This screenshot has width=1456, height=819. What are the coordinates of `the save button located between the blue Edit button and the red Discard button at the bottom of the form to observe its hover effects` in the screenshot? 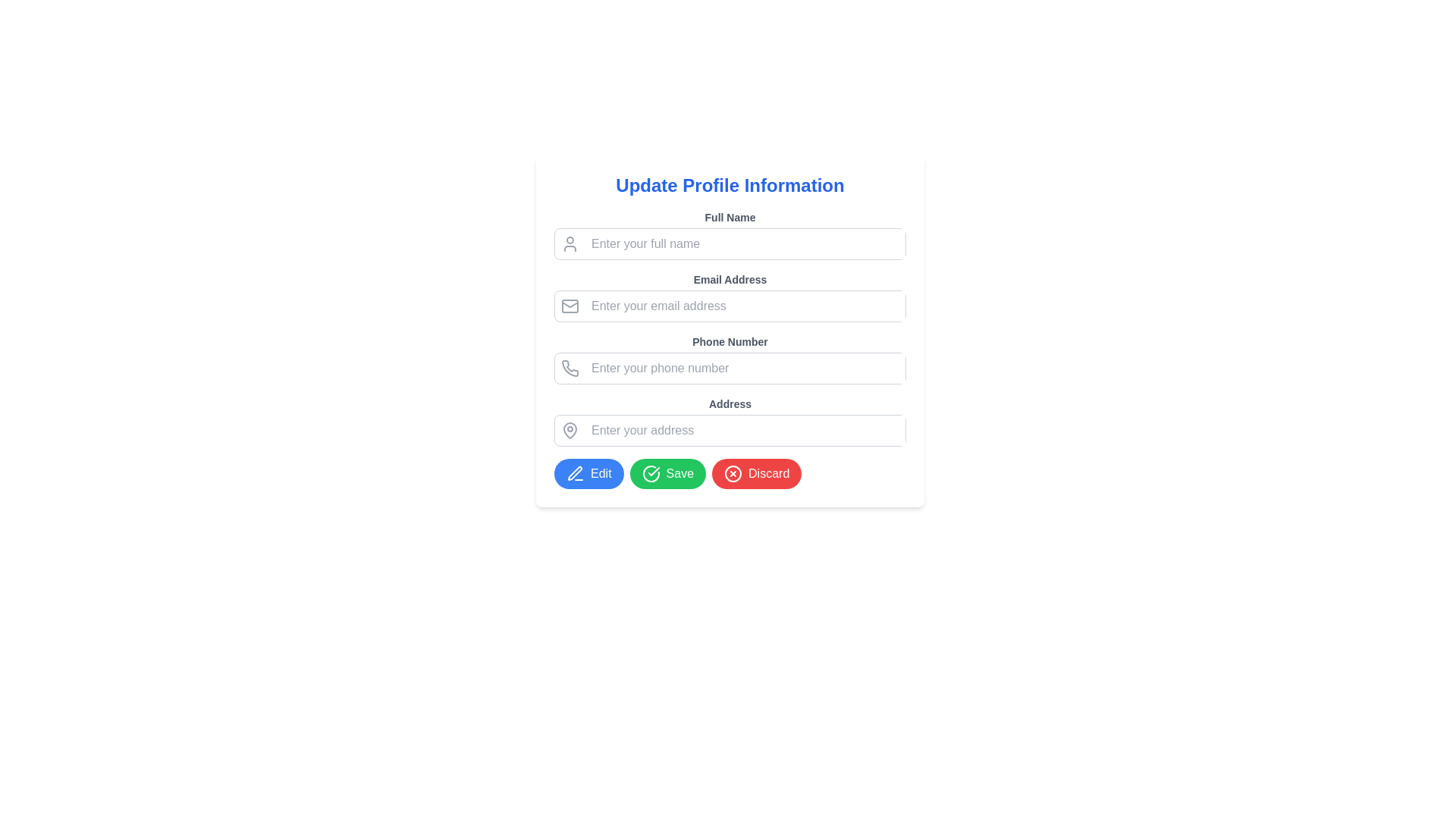 It's located at (667, 472).